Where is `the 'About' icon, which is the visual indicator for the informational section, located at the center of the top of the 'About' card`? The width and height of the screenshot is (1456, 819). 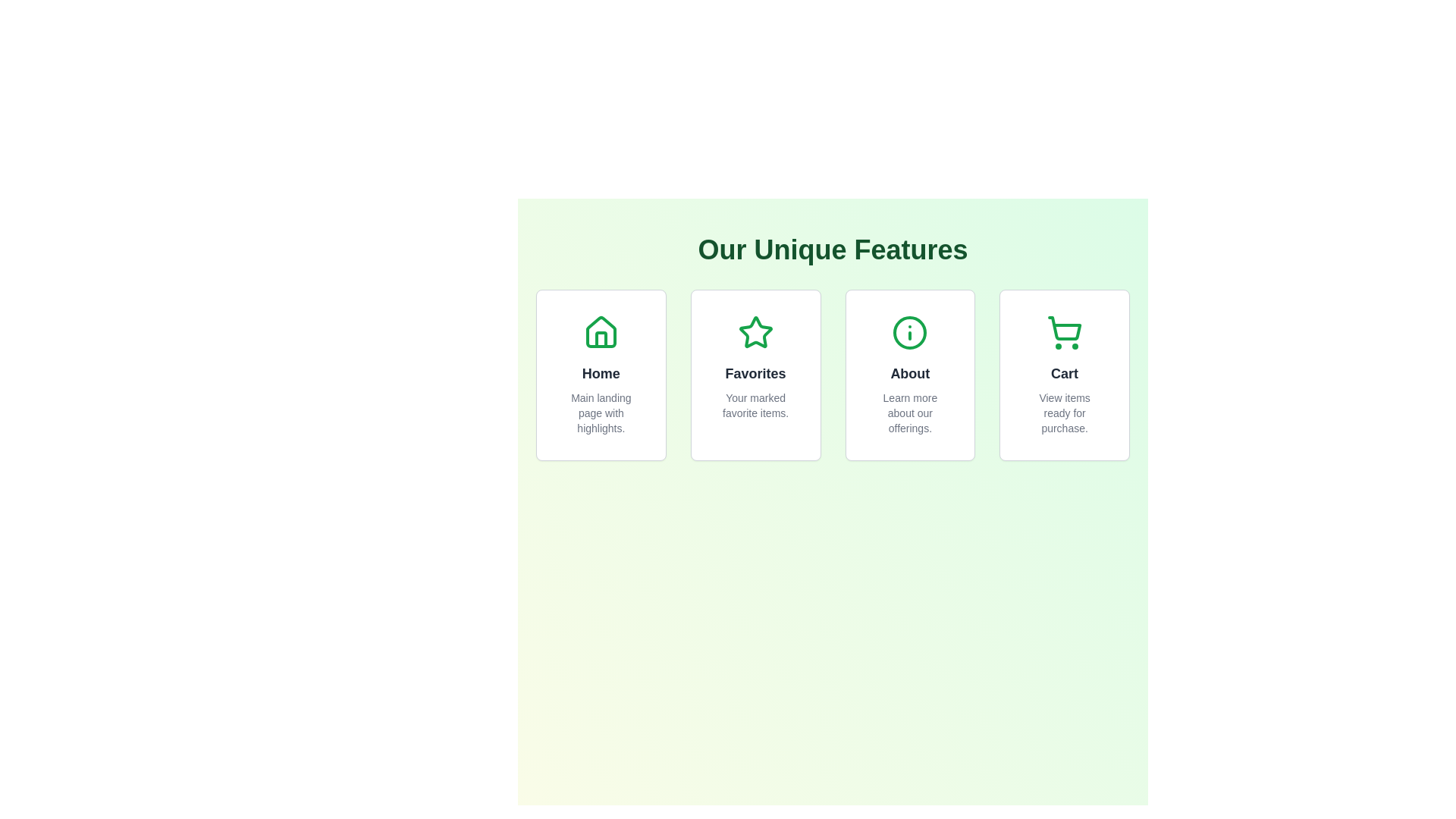 the 'About' icon, which is the visual indicator for the informational section, located at the center of the top of the 'About' card is located at coordinates (910, 332).